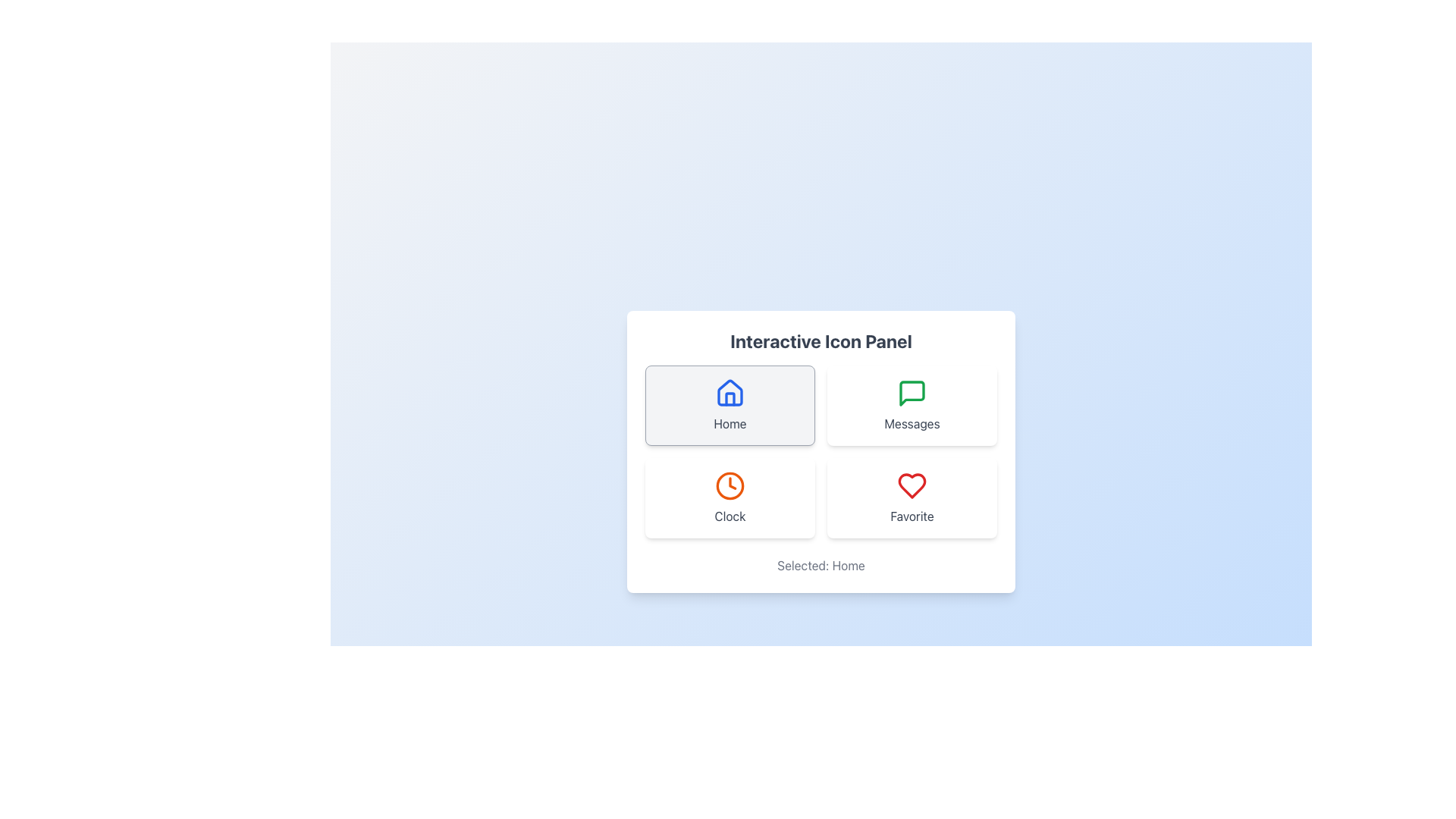 This screenshot has width=1456, height=819. I want to click on the 'Favorite' button, which is styled with a white background, rounded corners, a red heart icon, and gray text, located in the bottom-right corner of the interactive icon panel, so click(912, 497).